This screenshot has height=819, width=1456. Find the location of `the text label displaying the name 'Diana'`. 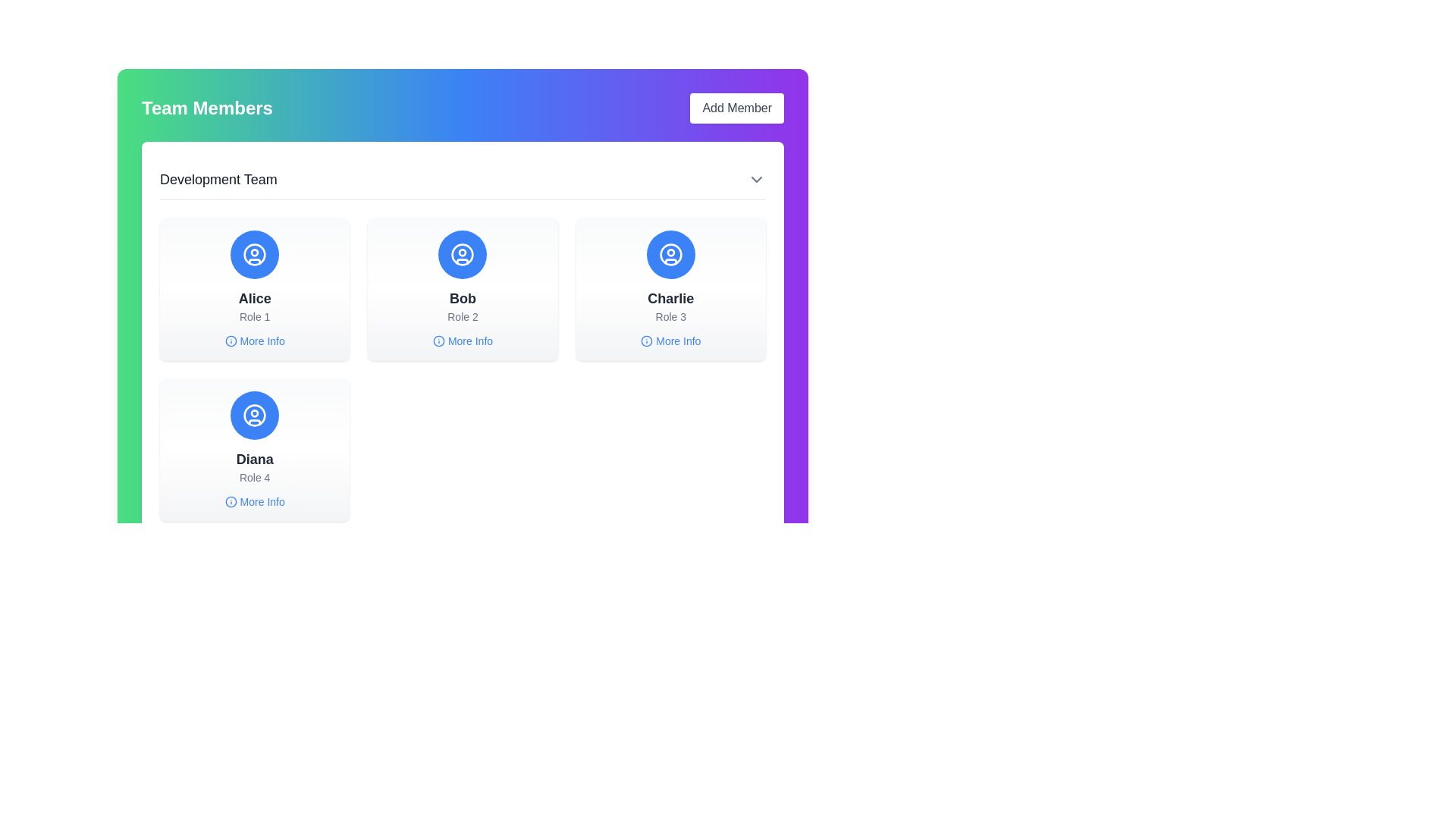

the text label displaying the name 'Diana' is located at coordinates (255, 458).